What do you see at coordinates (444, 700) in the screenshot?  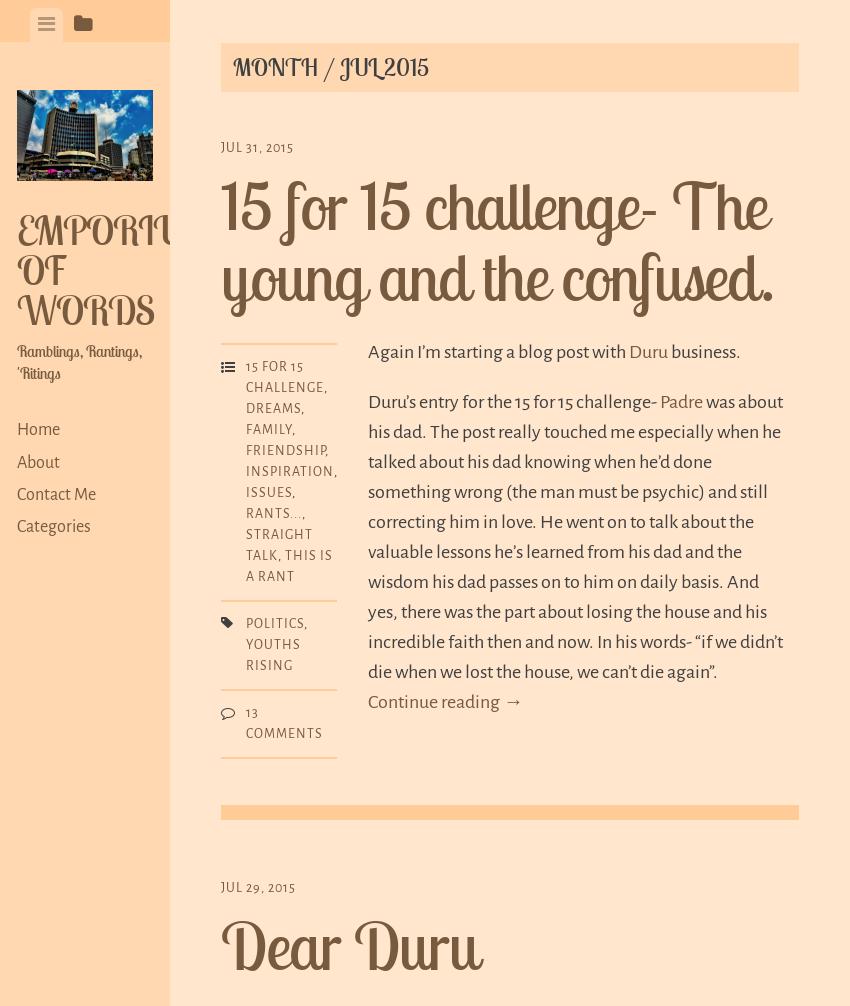 I see `'Continue reading →'` at bounding box center [444, 700].